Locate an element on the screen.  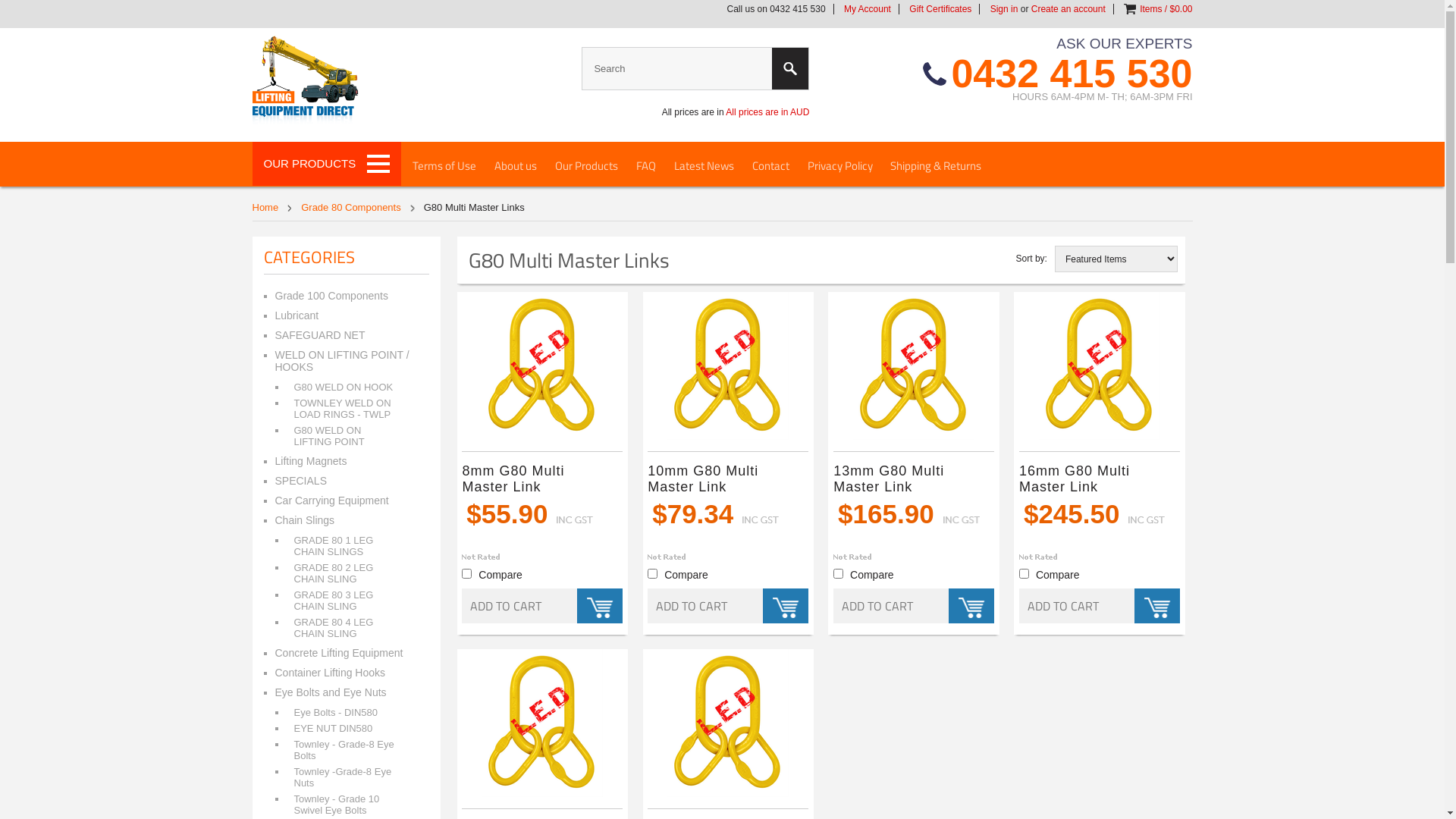
'GRADE 80 4 LEG CHAIN SLING' is located at coordinates (346, 628).